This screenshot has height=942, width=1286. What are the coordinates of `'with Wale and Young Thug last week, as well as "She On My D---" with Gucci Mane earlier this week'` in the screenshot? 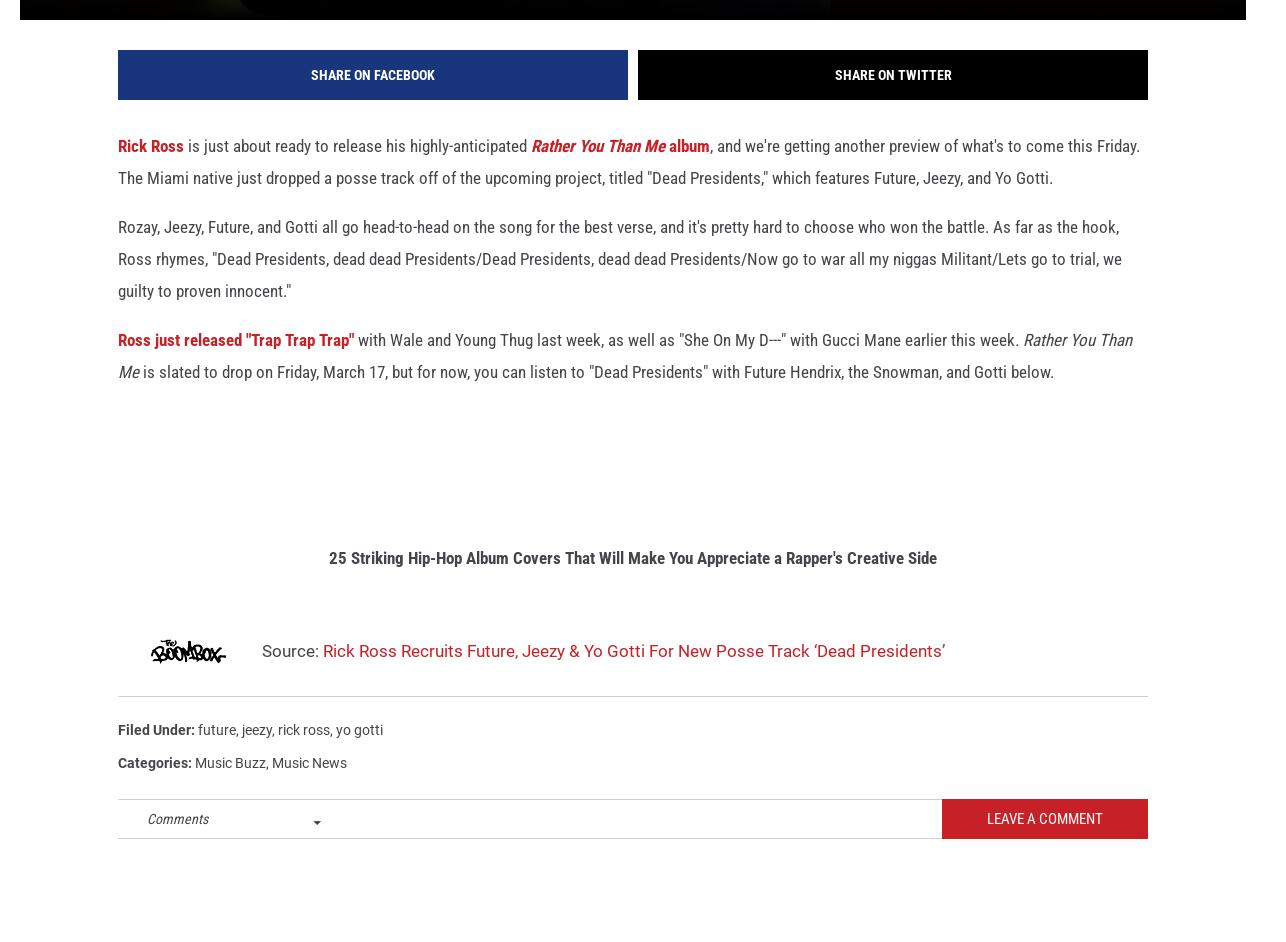 It's located at (684, 366).